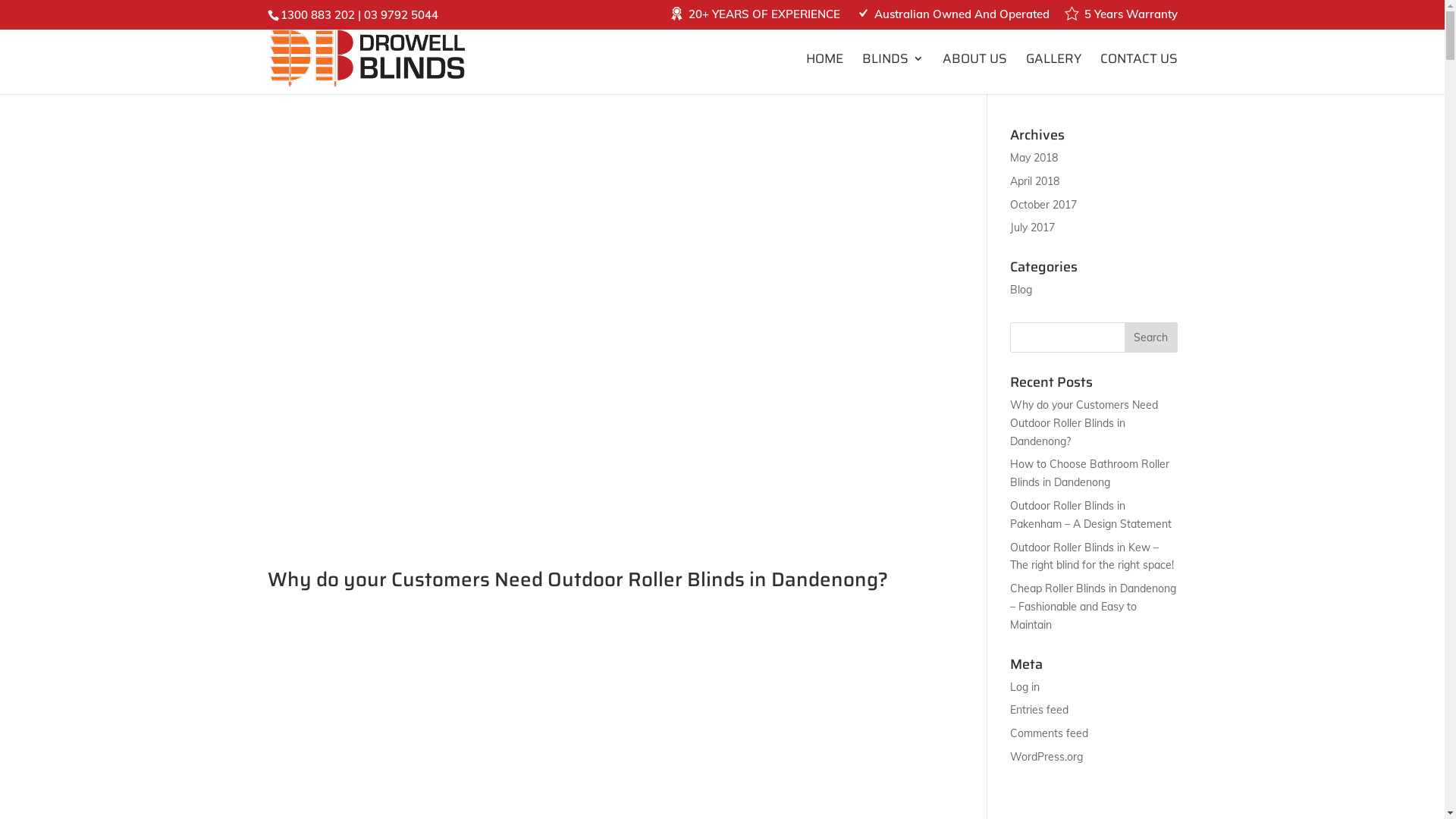 The image size is (1456, 819). I want to click on 'BLINDS', so click(892, 73).